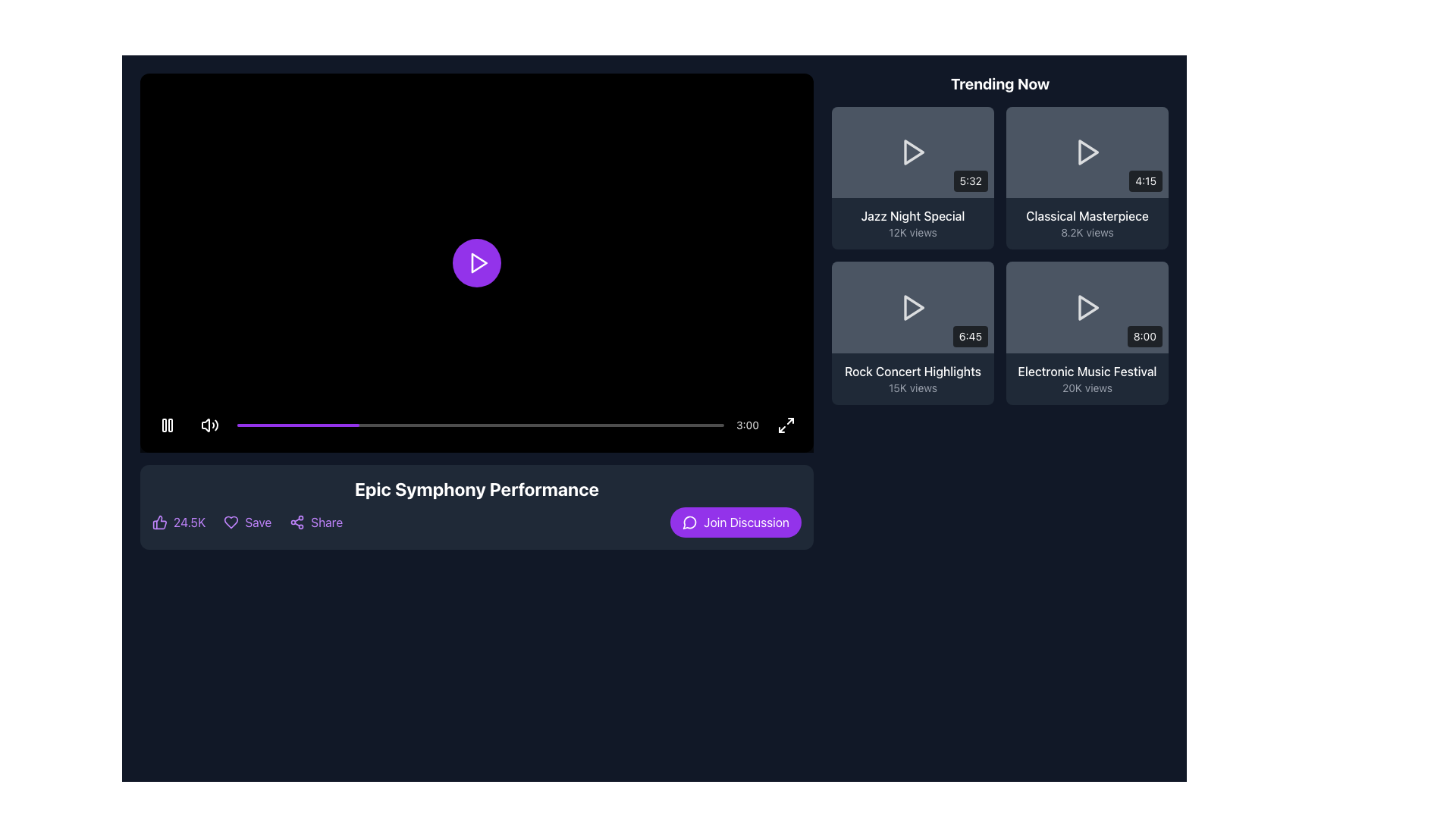 The height and width of the screenshot is (819, 1456). Describe the element at coordinates (912, 307) in the screenshot. I see `the play button in the 'Rock Concert Highlights' video thumbnail` at that location.